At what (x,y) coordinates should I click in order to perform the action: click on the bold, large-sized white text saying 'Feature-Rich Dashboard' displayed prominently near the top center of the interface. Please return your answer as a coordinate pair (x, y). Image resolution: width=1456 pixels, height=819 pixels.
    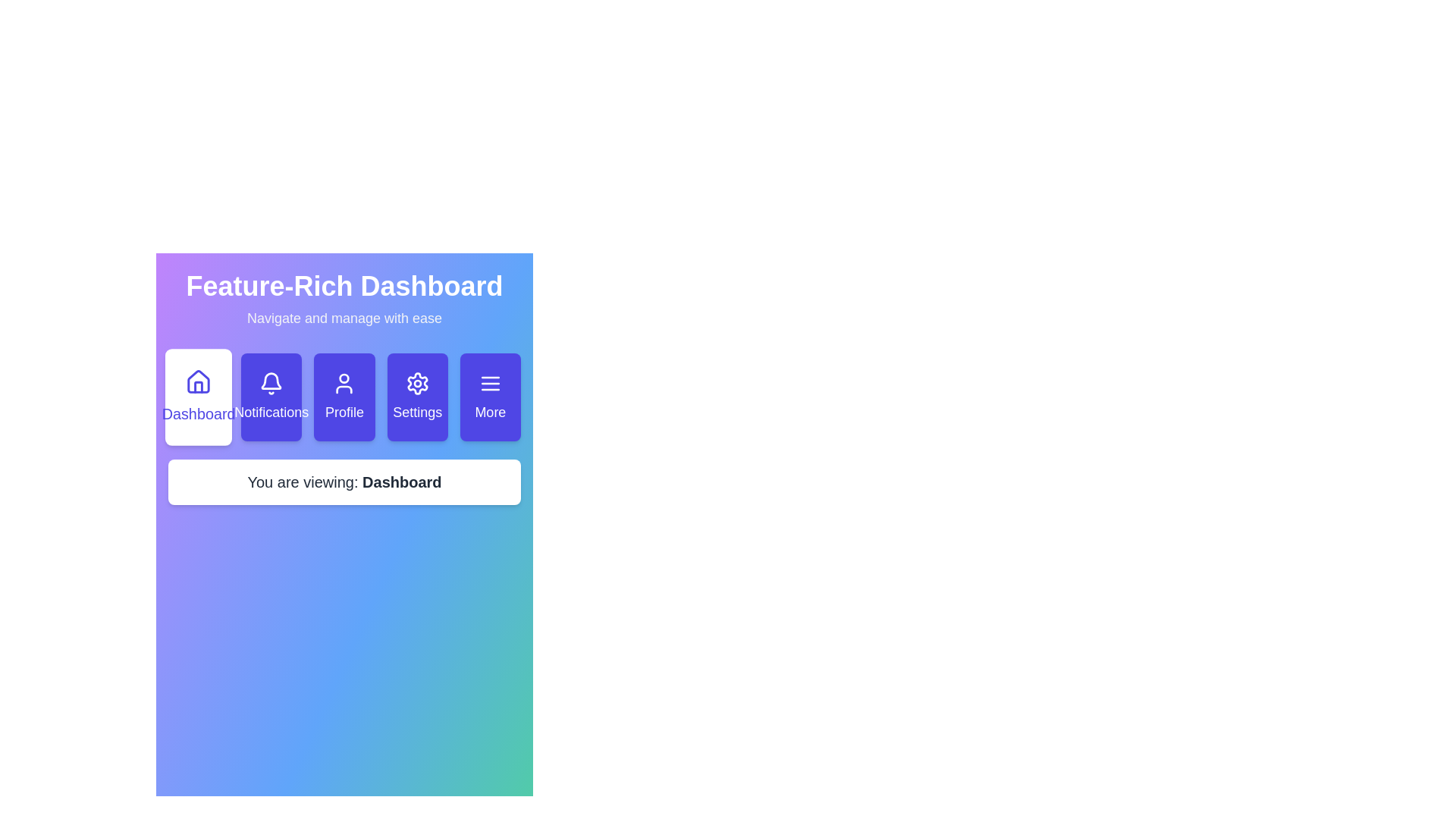
    Looking at the image, I should click on (344, 287).